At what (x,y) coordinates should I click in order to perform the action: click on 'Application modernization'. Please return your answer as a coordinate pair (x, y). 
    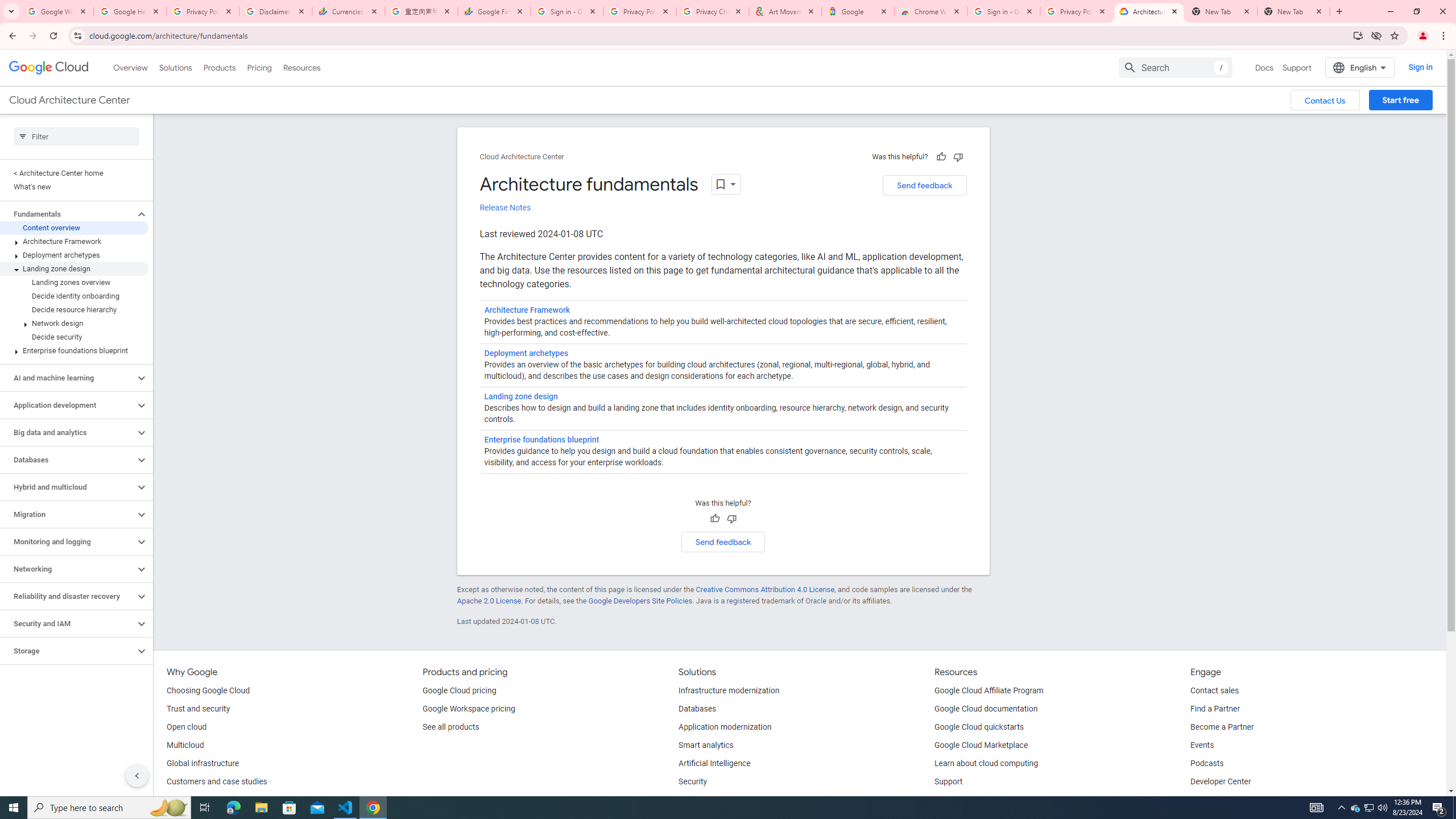
    Looking at the image, I should click on (724, 727).